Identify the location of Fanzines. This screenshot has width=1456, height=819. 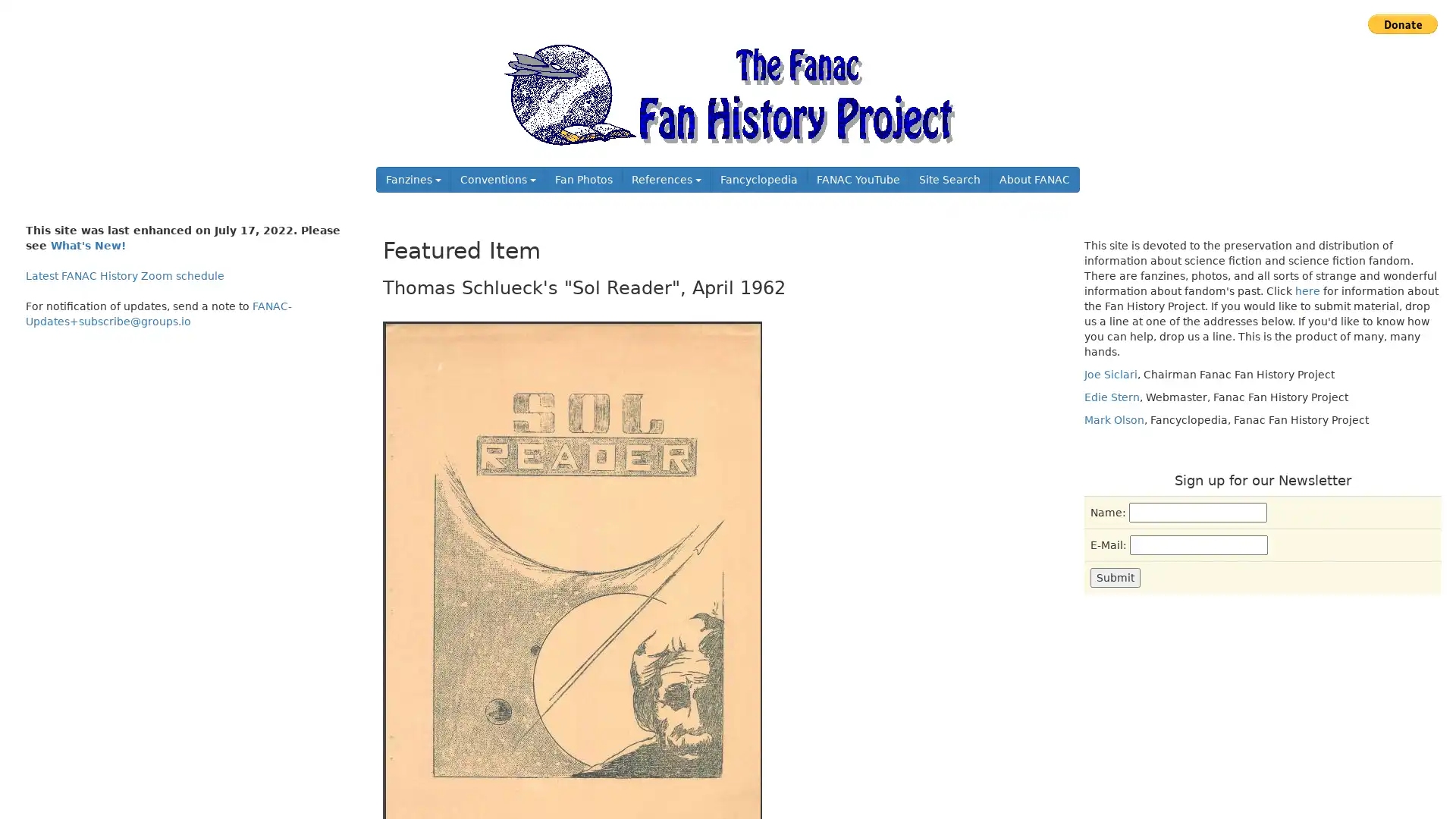
(413, 178).